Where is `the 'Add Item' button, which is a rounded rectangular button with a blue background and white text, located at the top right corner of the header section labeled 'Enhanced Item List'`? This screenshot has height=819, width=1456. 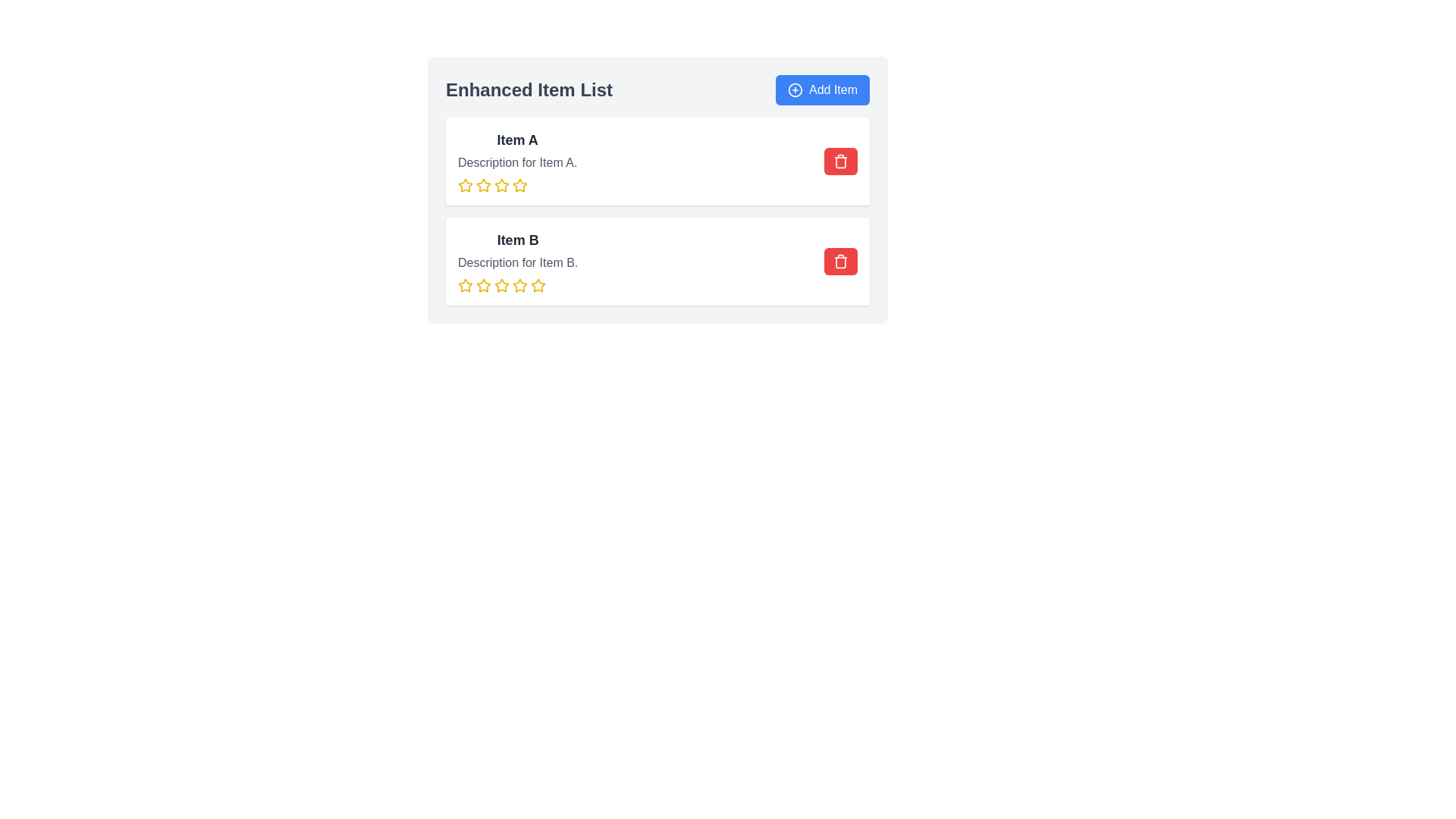
the 'Add Item' button, which is a rounded rectangular button with a blue background and white text, located at the top right corner of the header section labeled 'Enhanced Item List' is located at coordinates (821, 90).